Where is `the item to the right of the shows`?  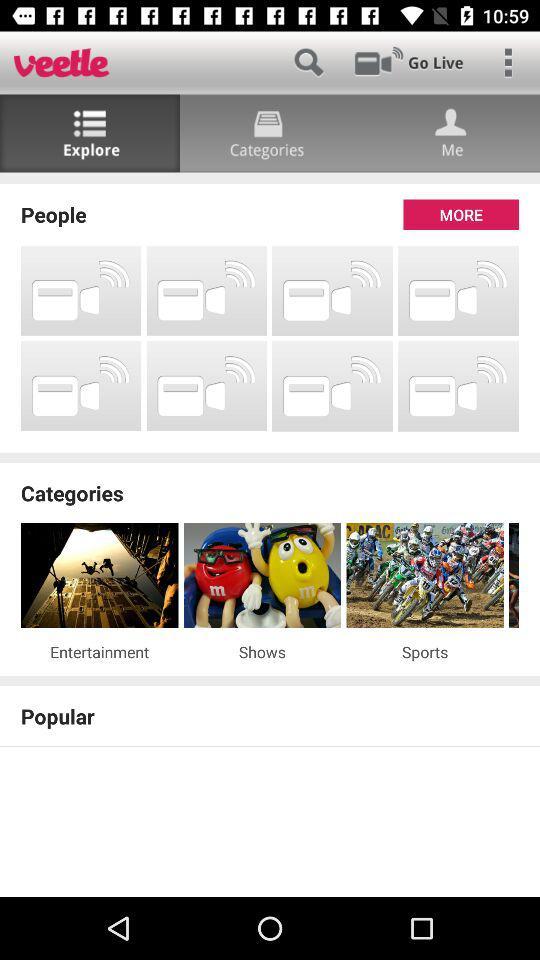 the item to the right of the shows is located at coordinates (424, 650).